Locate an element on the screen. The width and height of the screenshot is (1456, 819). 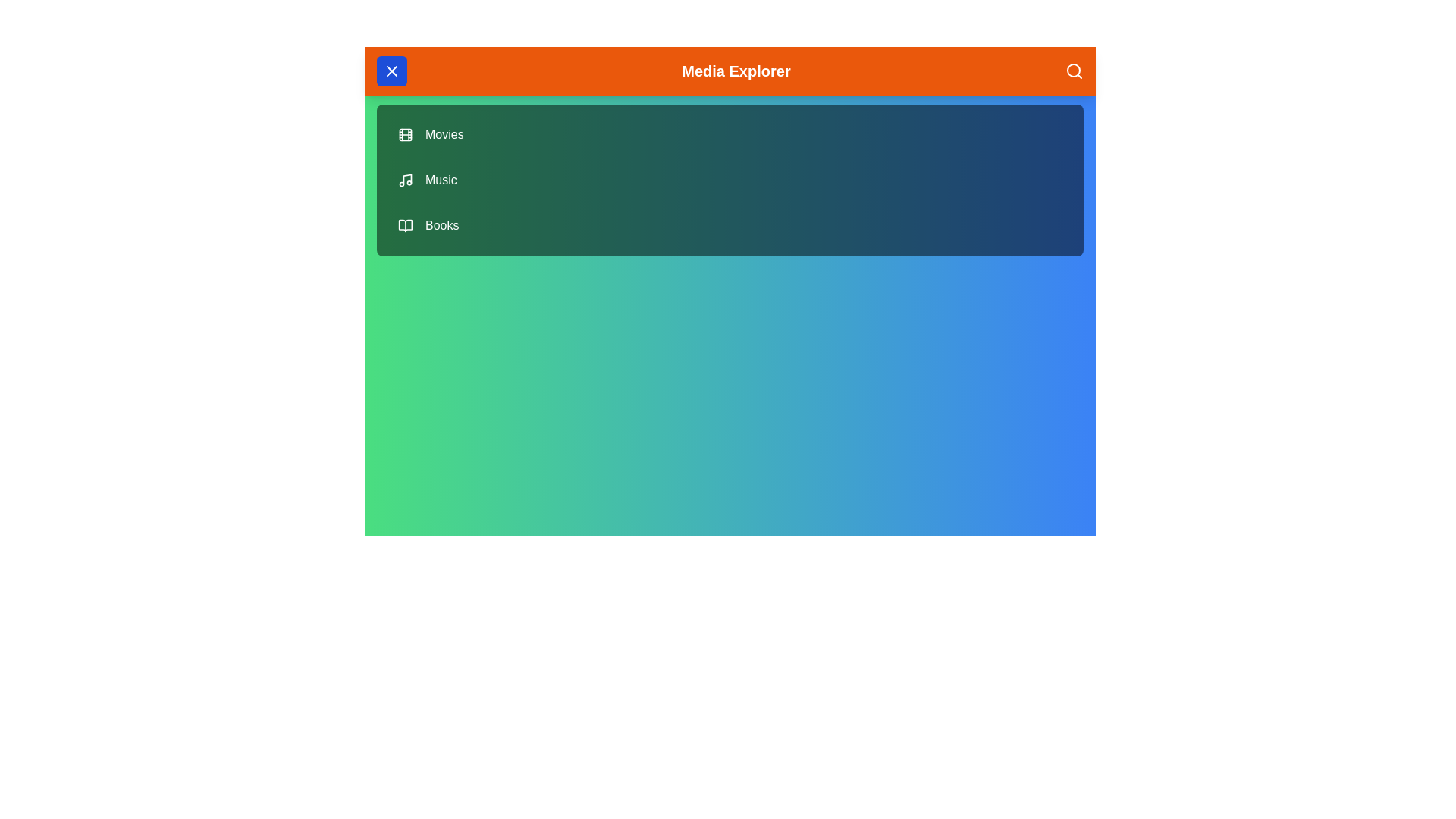
the menu item Music by clicking on it is located at coordinates (730, 180).